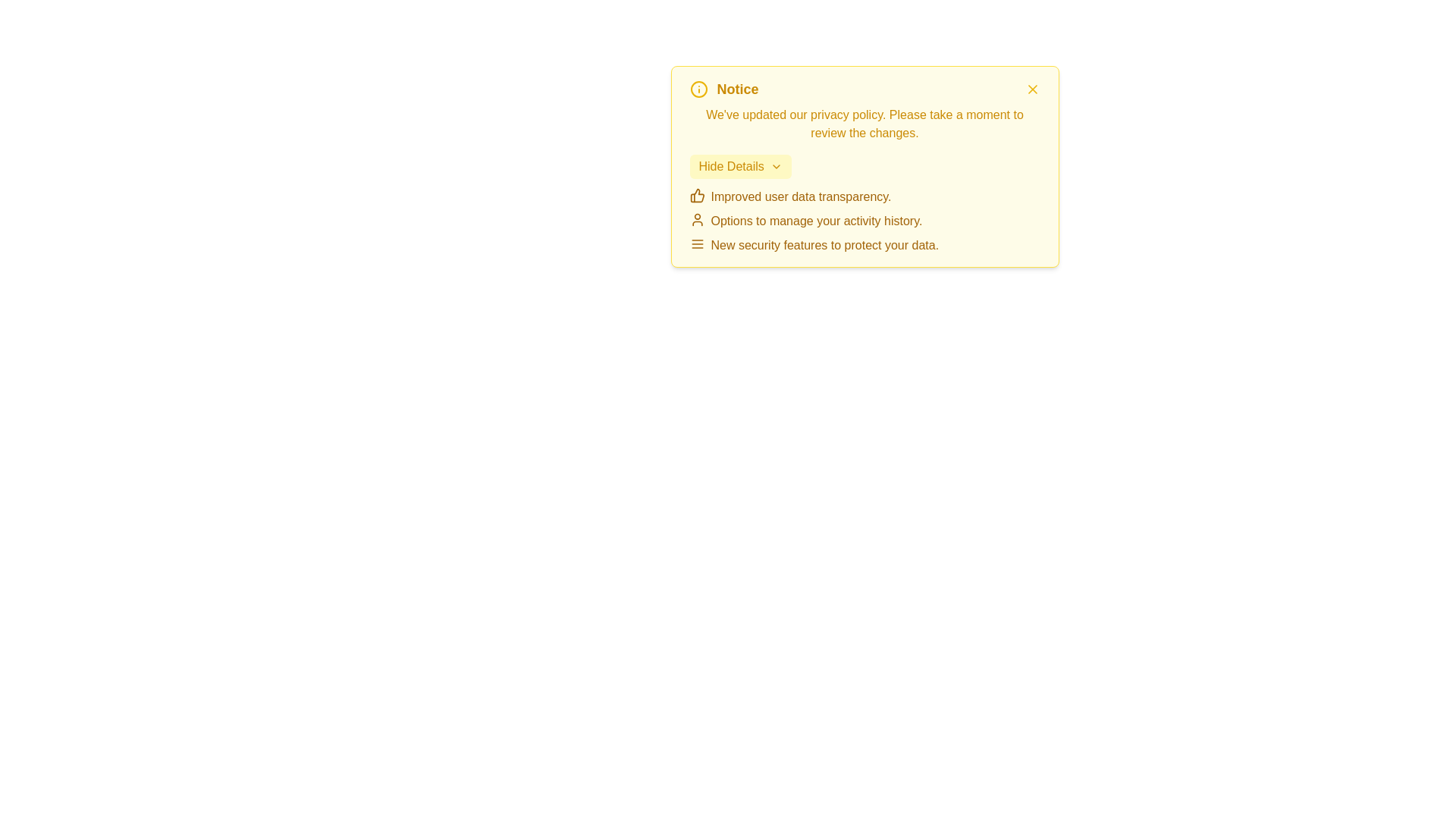  What do you see at coordinates (1031, 89) in the screenshot?
I see `the close or dismiss button represented by an 'X' icon located in the top-right corner of the yellowish notification box labeled 'Notice'` at bounding box center [1031, 89].